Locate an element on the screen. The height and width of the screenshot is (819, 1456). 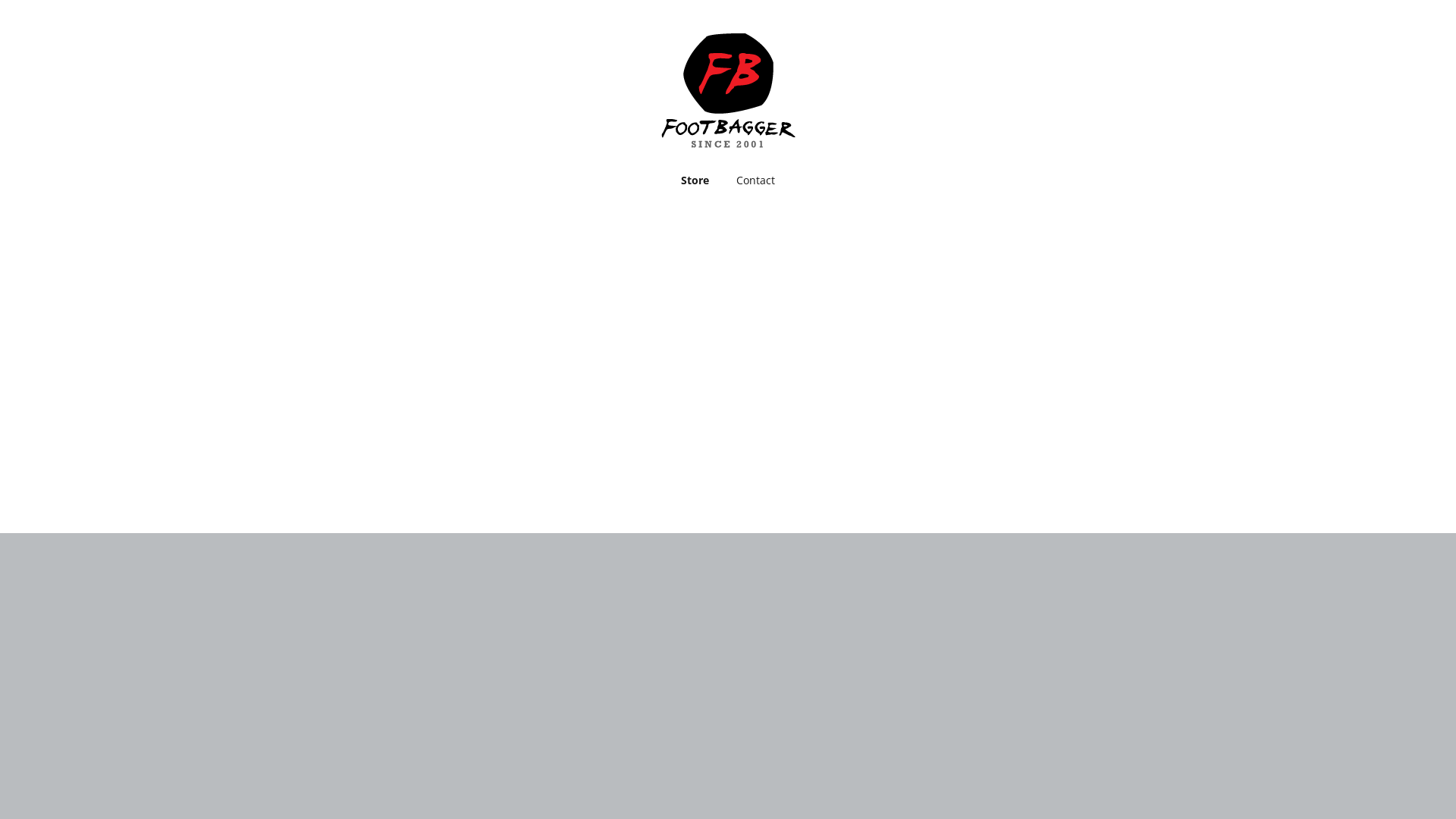
'Contact' is located at coordinates (755, 180).